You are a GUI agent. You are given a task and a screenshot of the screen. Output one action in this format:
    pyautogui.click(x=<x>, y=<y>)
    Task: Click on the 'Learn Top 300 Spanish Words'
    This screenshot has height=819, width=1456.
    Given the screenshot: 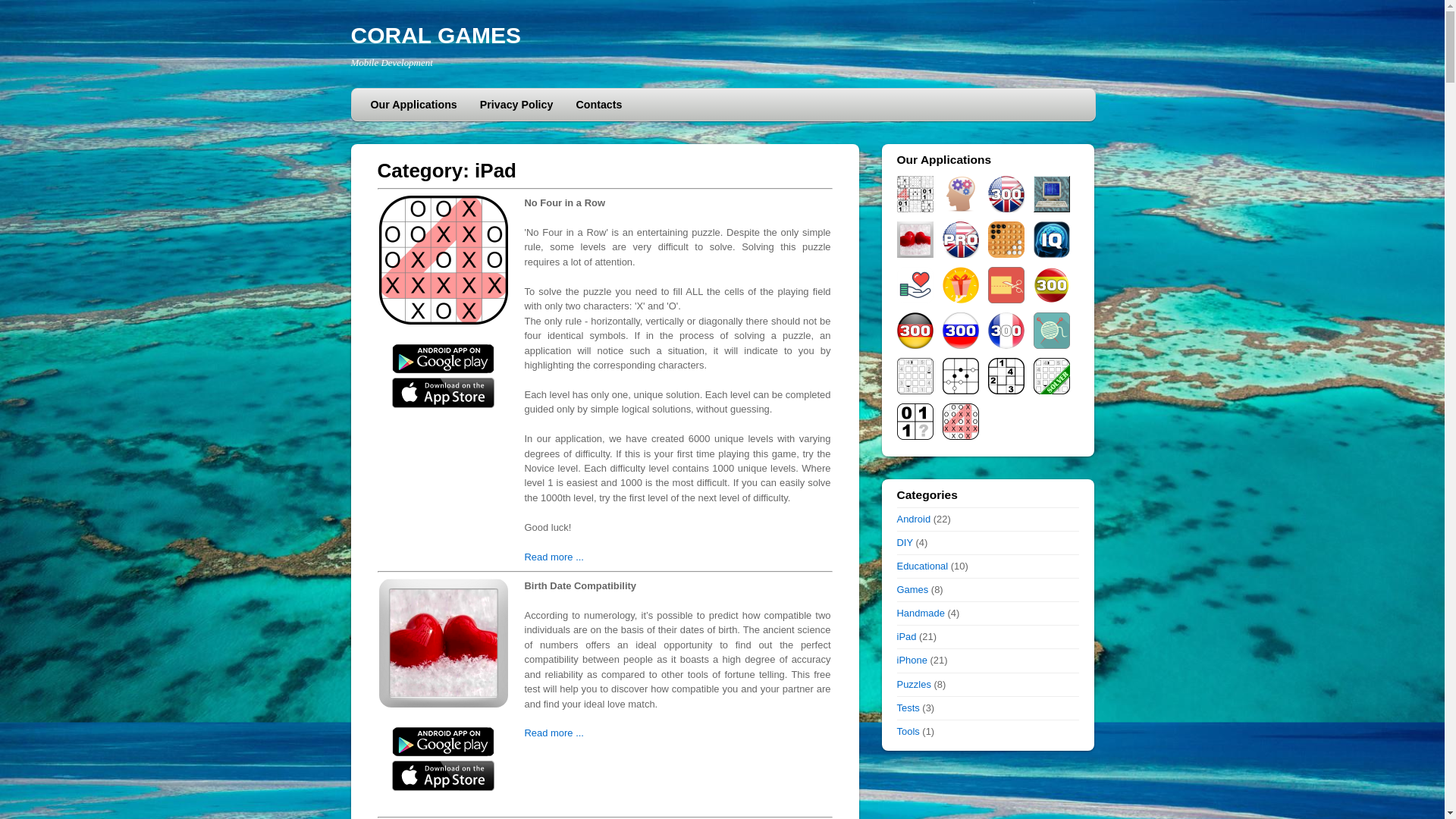 What is the action you would take?
    pyautogui.click(x=1032, y=284)
    